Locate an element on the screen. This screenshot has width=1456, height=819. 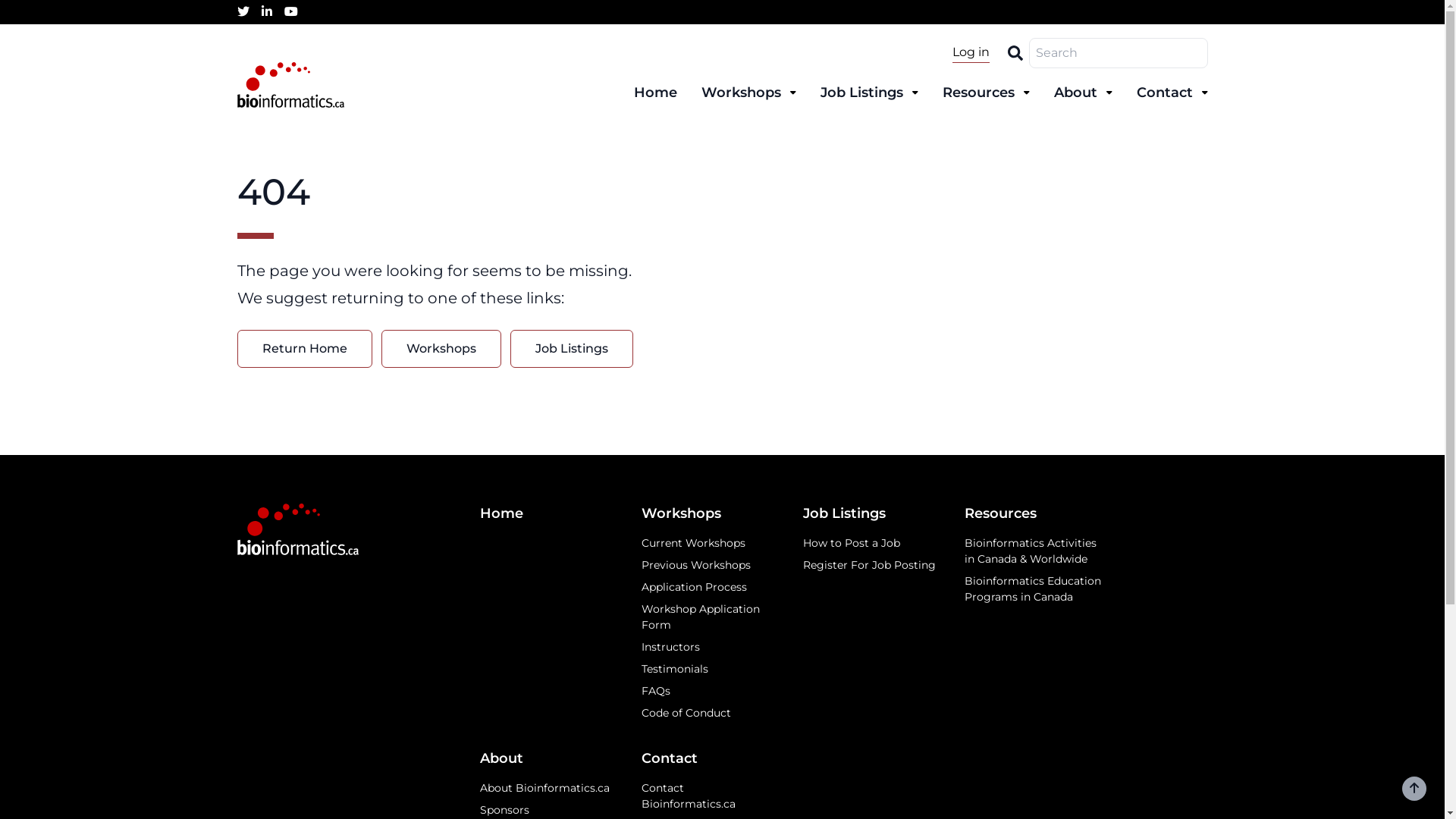
'FAQs' is located at coordinates (710, 691).